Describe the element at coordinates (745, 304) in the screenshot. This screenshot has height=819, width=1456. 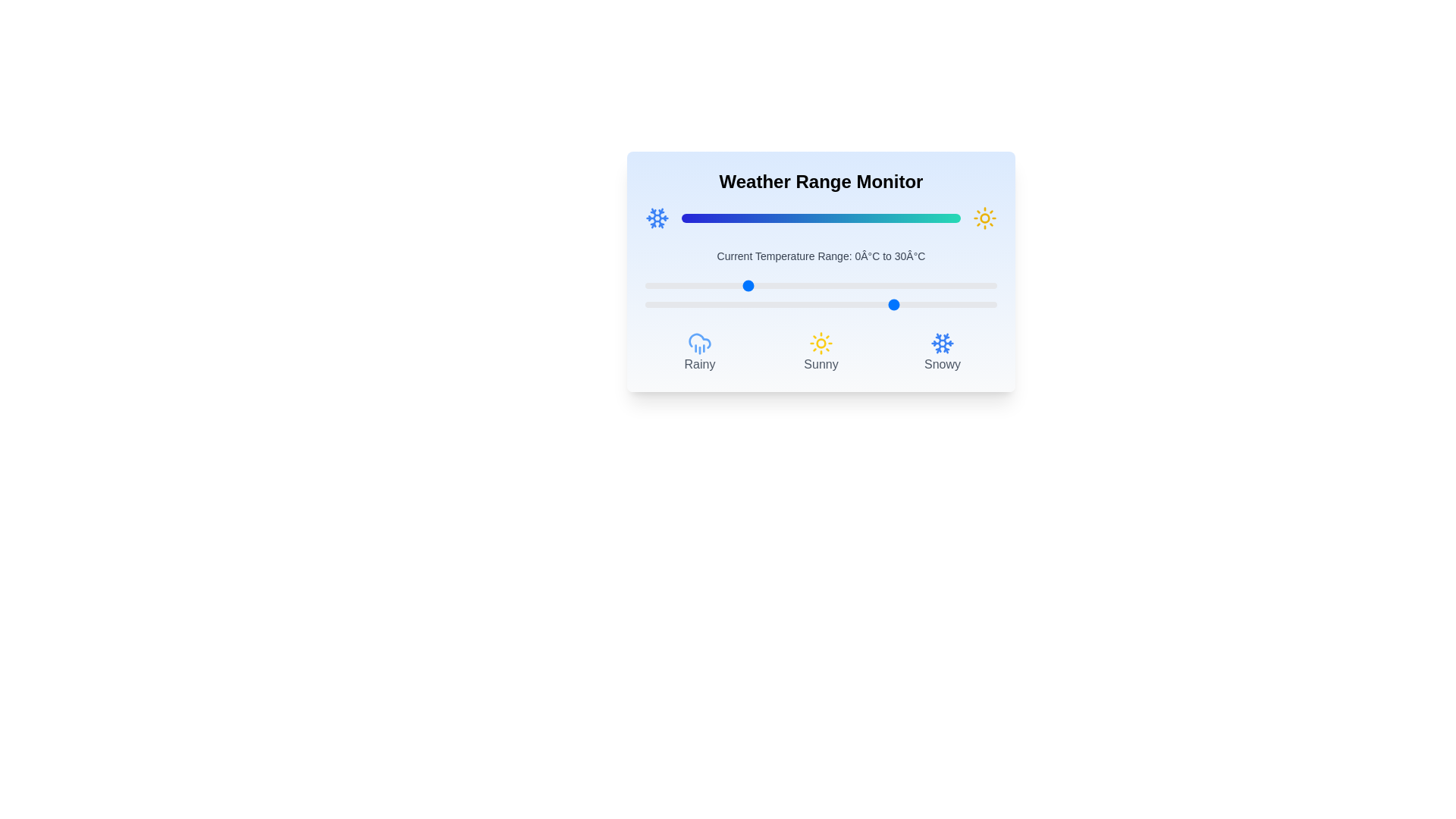
I see `temperature` at that location.